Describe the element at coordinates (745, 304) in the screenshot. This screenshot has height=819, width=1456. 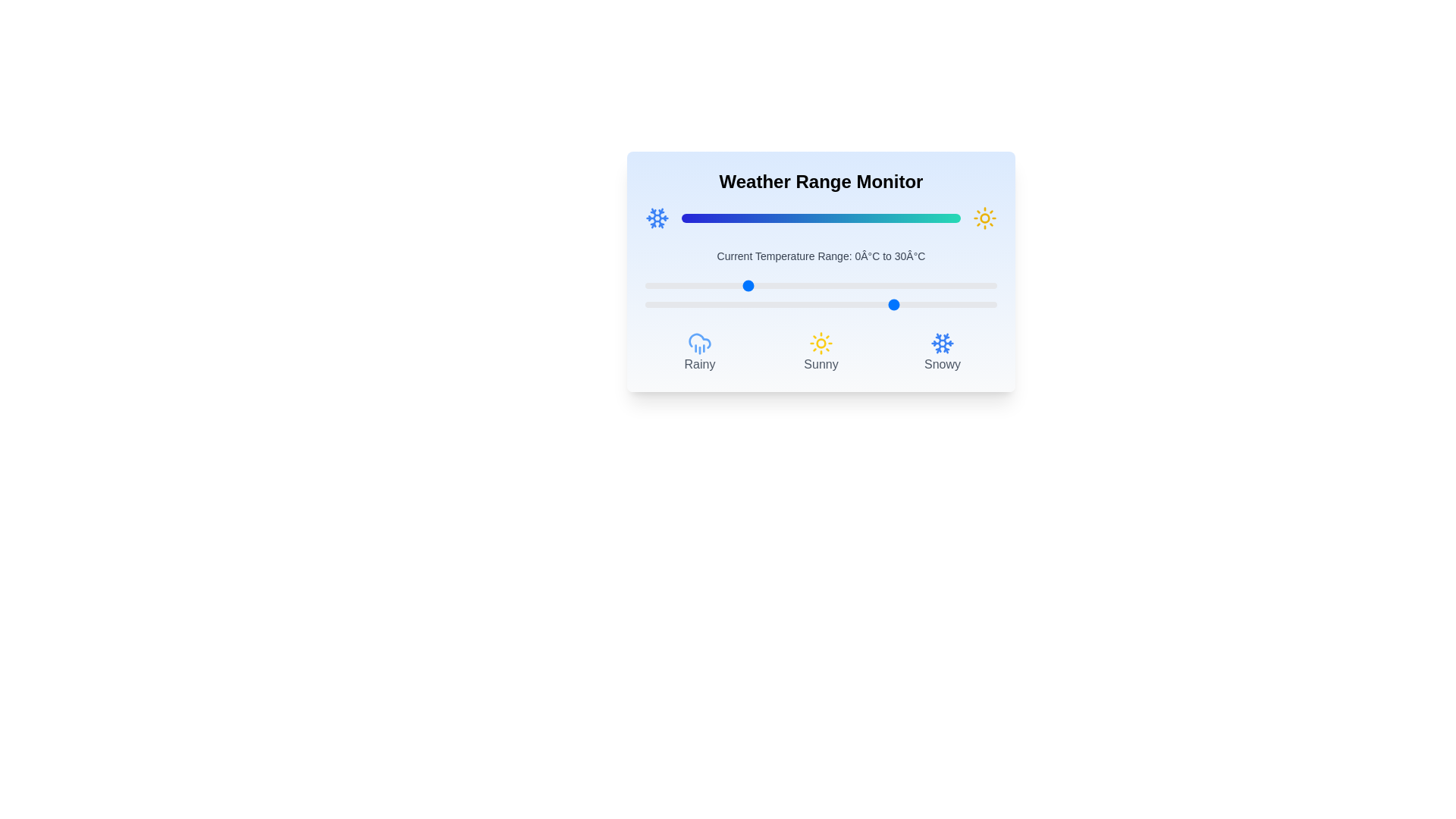
I see `temperature` at that location.